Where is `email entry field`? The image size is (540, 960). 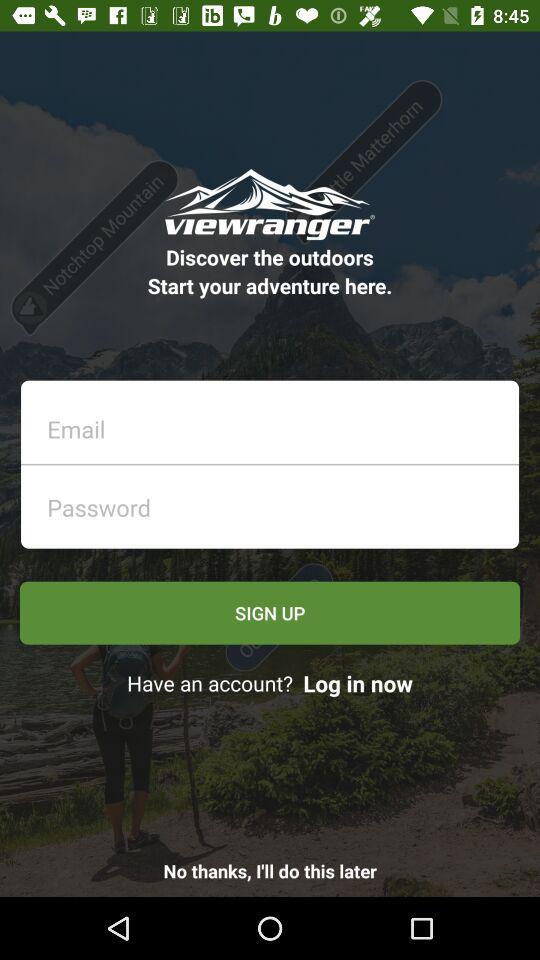
email entry field is located at coordinates (275, 423).